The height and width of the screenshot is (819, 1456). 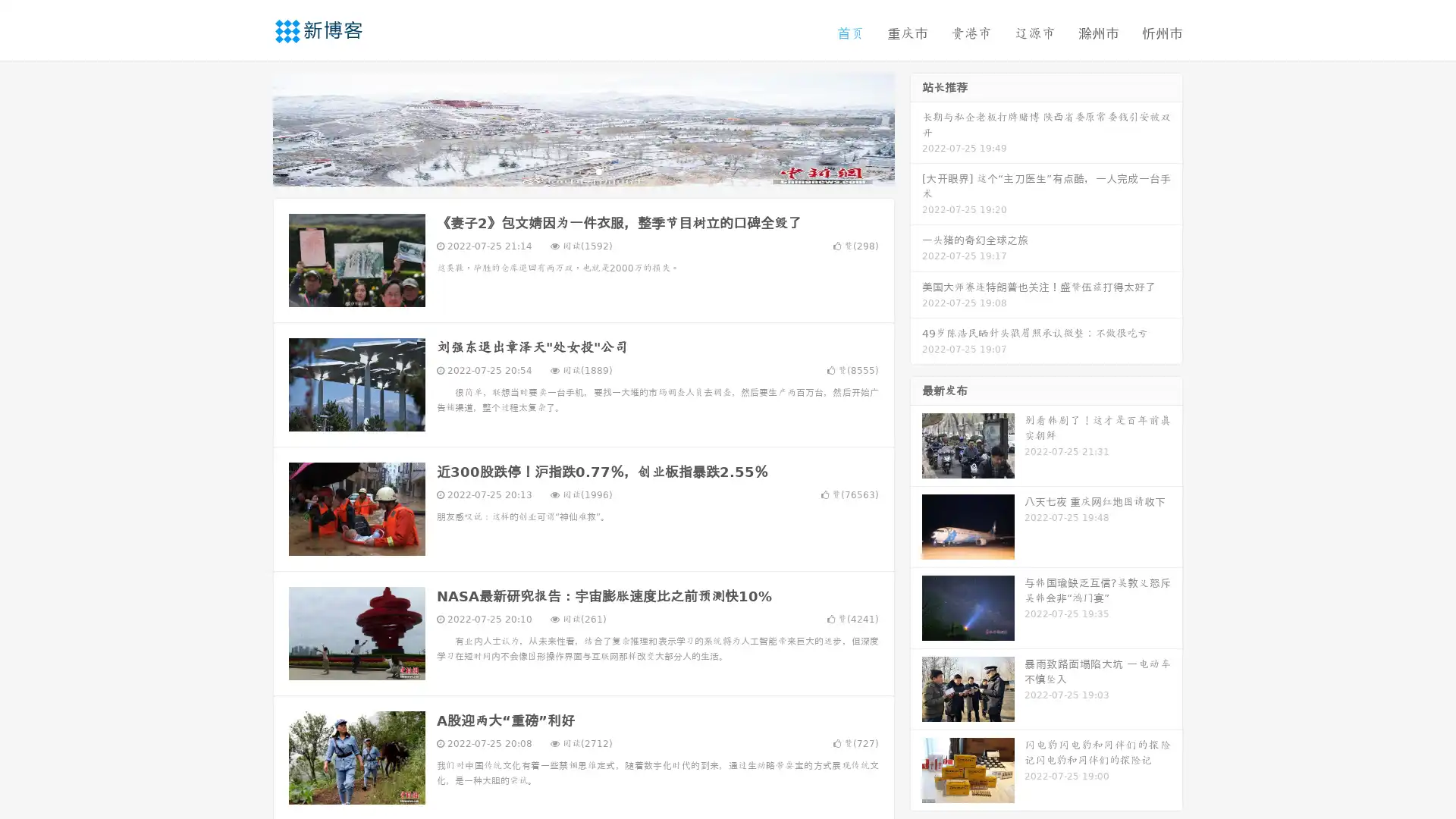 I want to click on Go to slide 3, so click(x=598, y=171).